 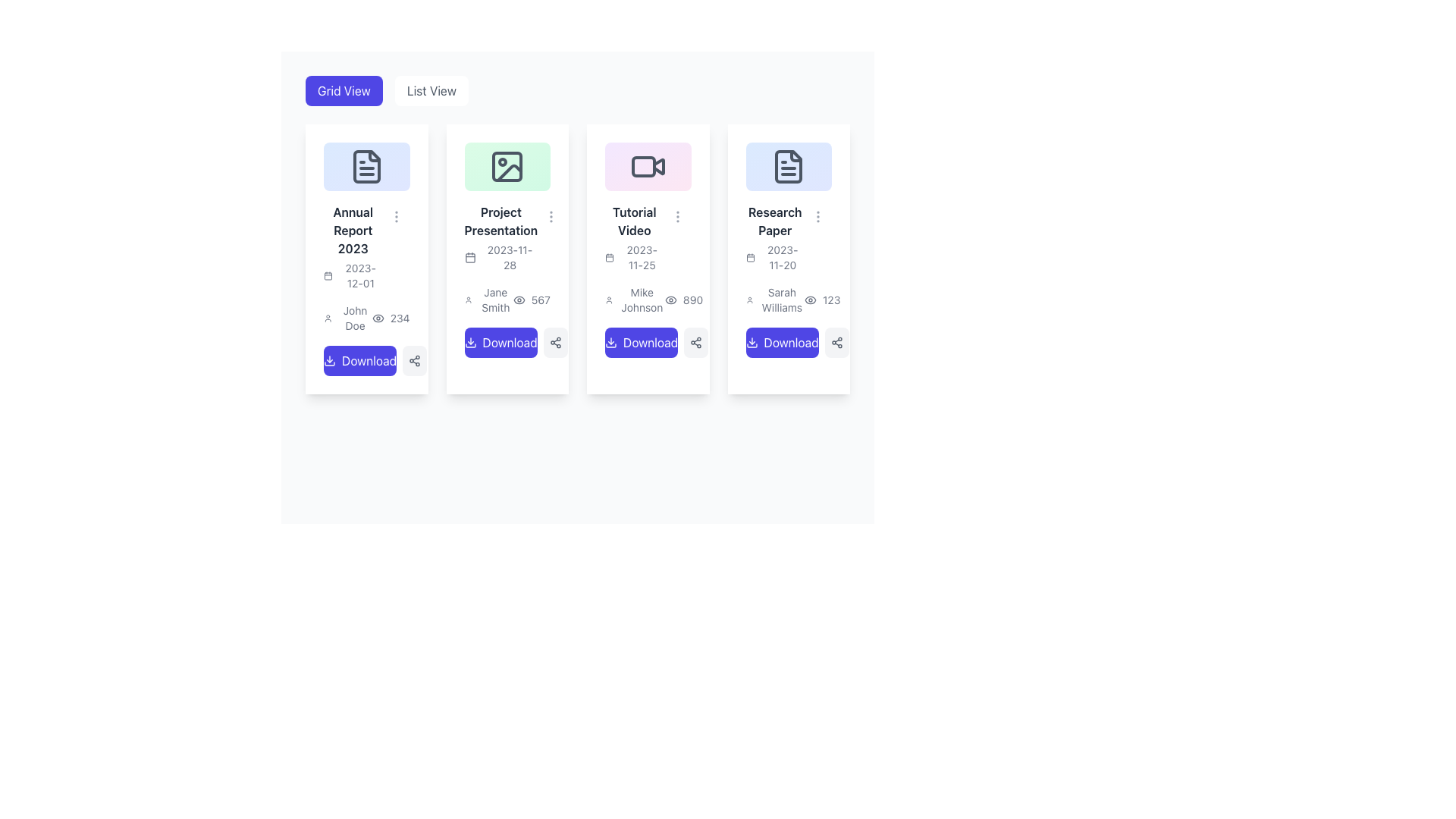 What do you see at coordinates (519, 300) in the screenshot?
I see `the icon located in the 'Project Presentation' card, which is positioned to the left of the number '567' and below the name 'Jane Smith'` at bounding box center [519, 300].